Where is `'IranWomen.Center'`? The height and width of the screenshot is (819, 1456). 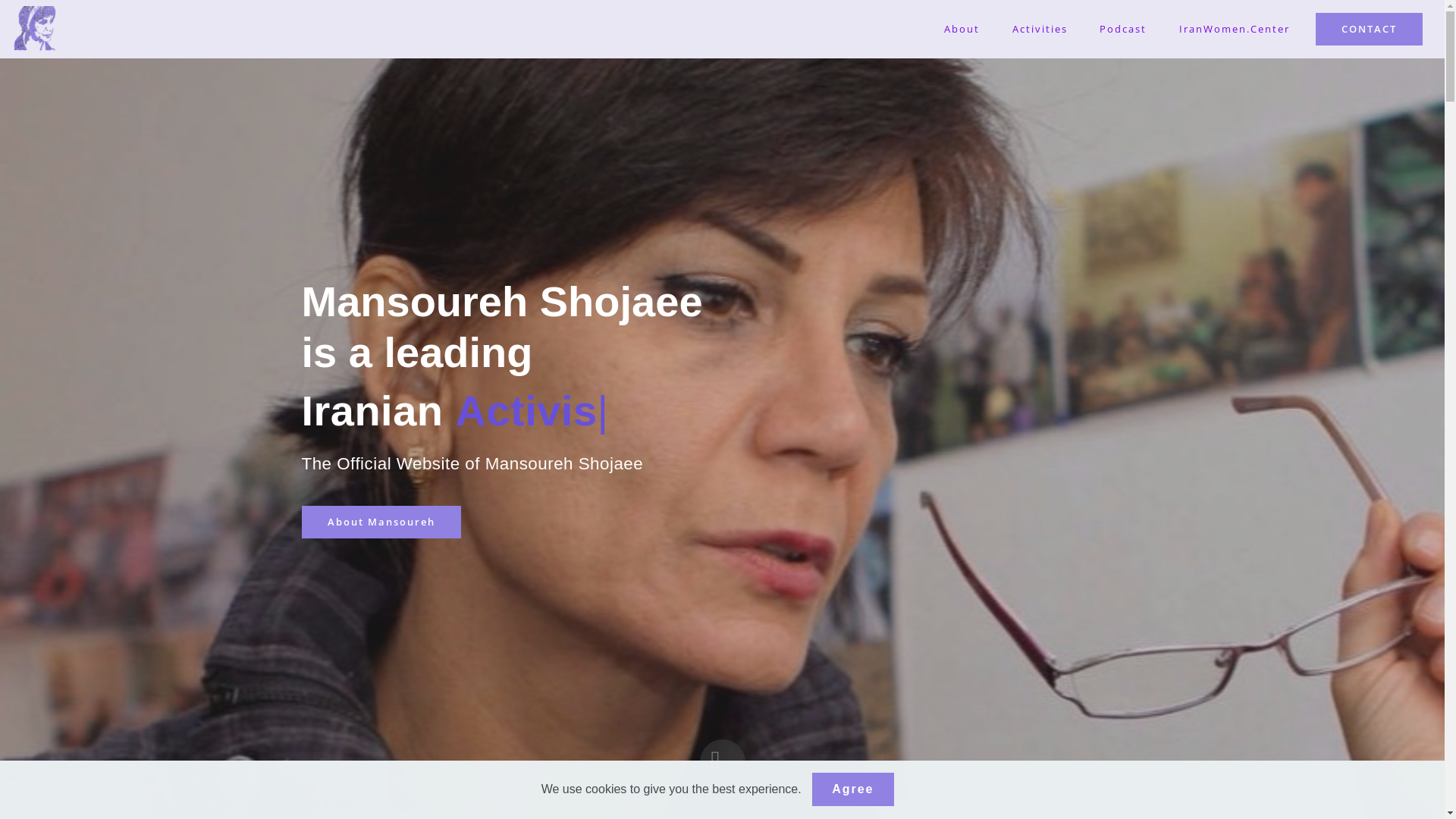 'IranWomen.Center' is located at coordinates (1235, 29).